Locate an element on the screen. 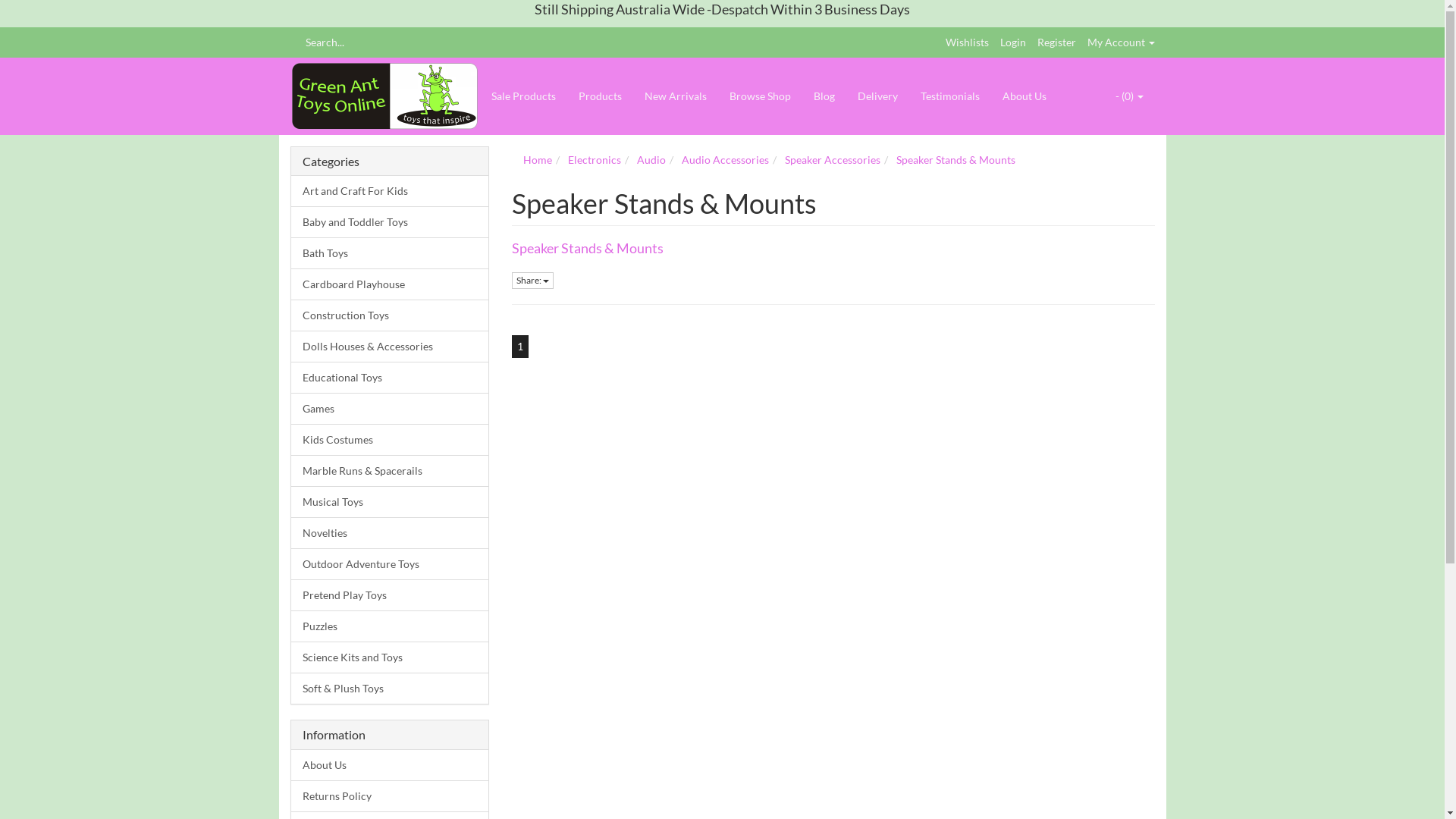 This screenshot has width=1456, height=819. 'Audio Accessories' is located at coordinates (724, 159).